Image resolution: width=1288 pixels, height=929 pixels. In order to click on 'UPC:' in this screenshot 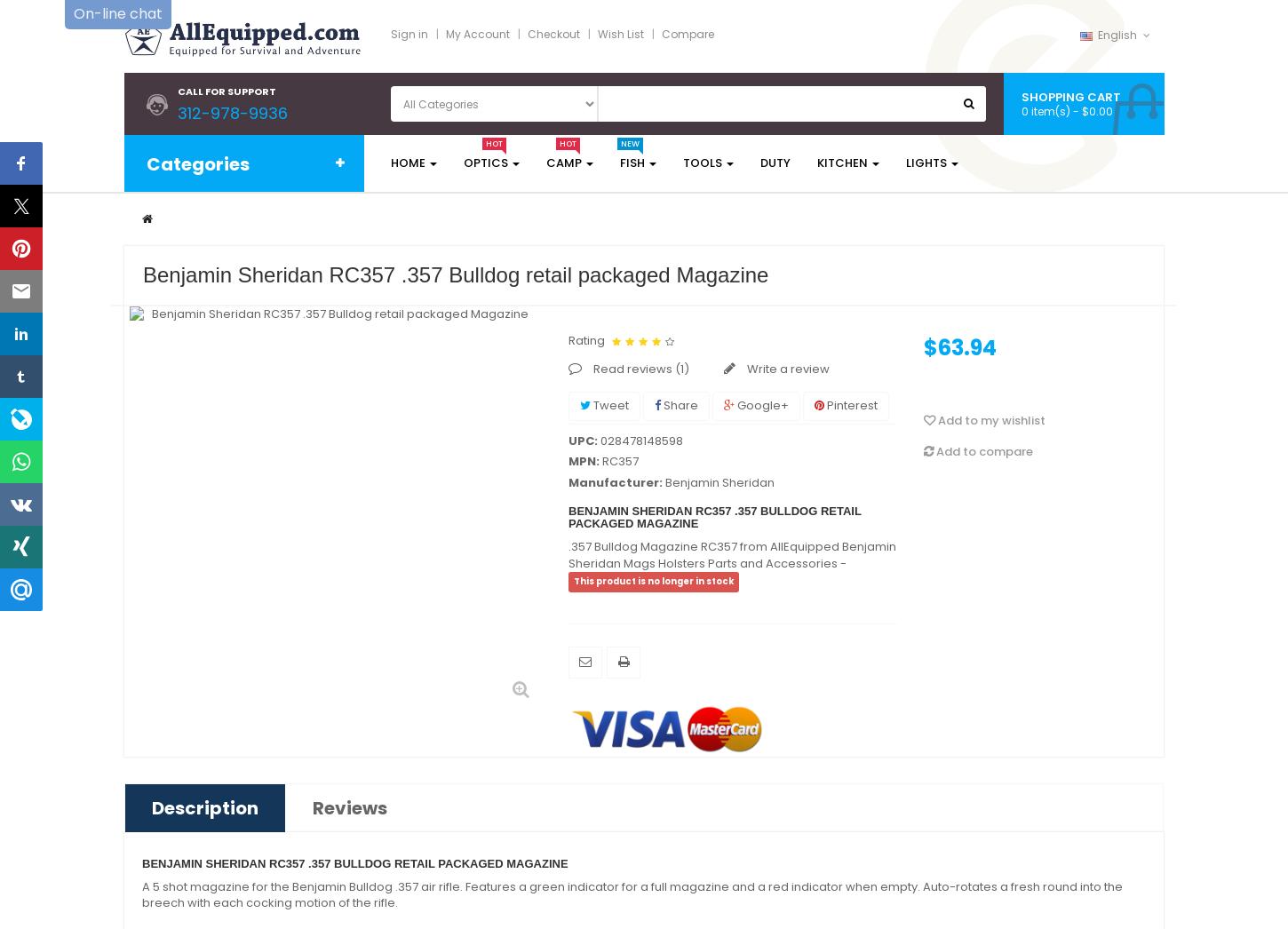, I will do `click(582, 440)`.